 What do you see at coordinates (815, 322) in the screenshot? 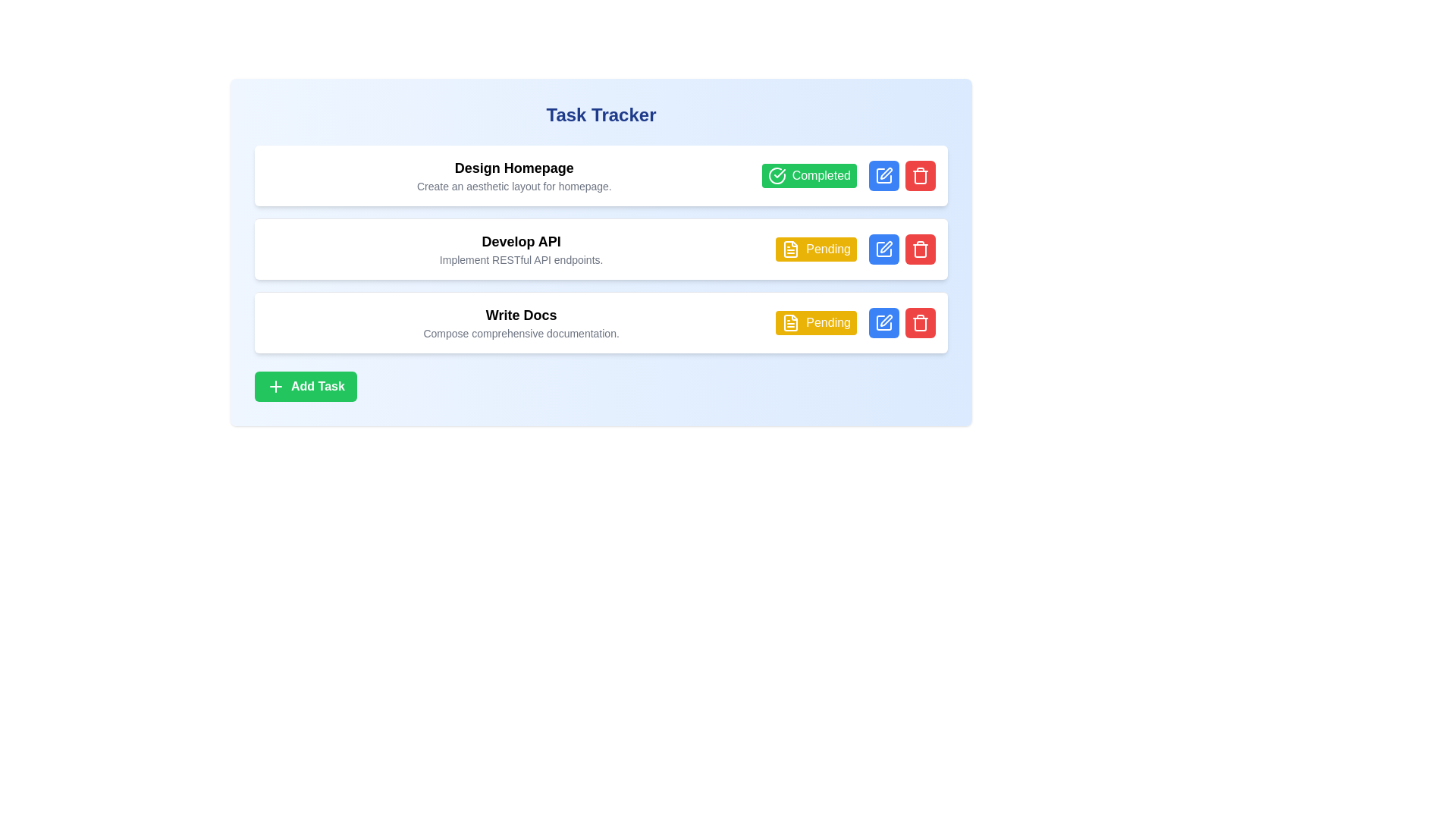
I see `the 'Pending' status label, which is a bright yellow button with white text and a document icon, located within the 'Write Docs' task card` at bounding box center [815, 322].